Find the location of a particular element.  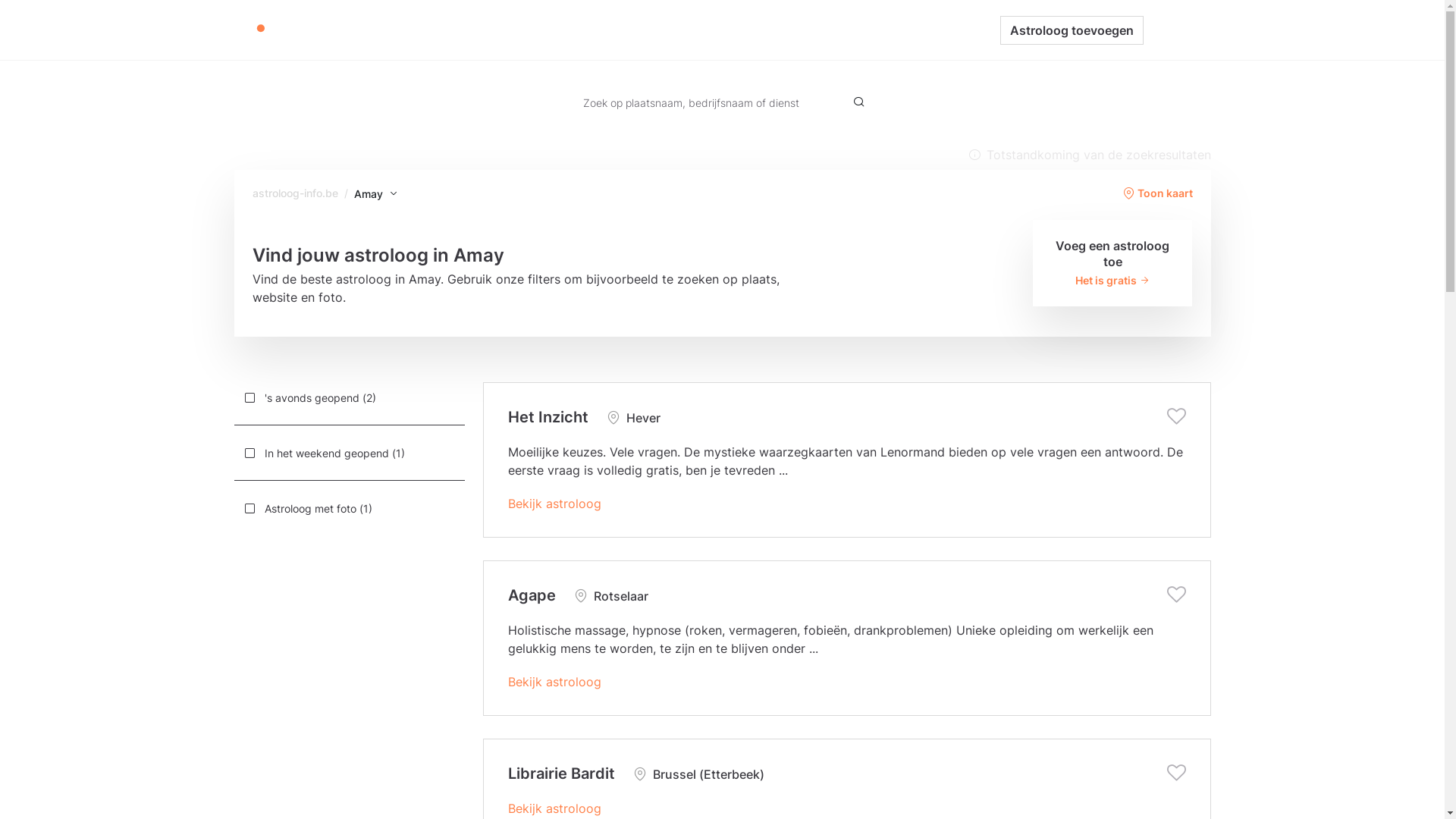

'Bekijk astroloog' is located at coordinates (554, 680).